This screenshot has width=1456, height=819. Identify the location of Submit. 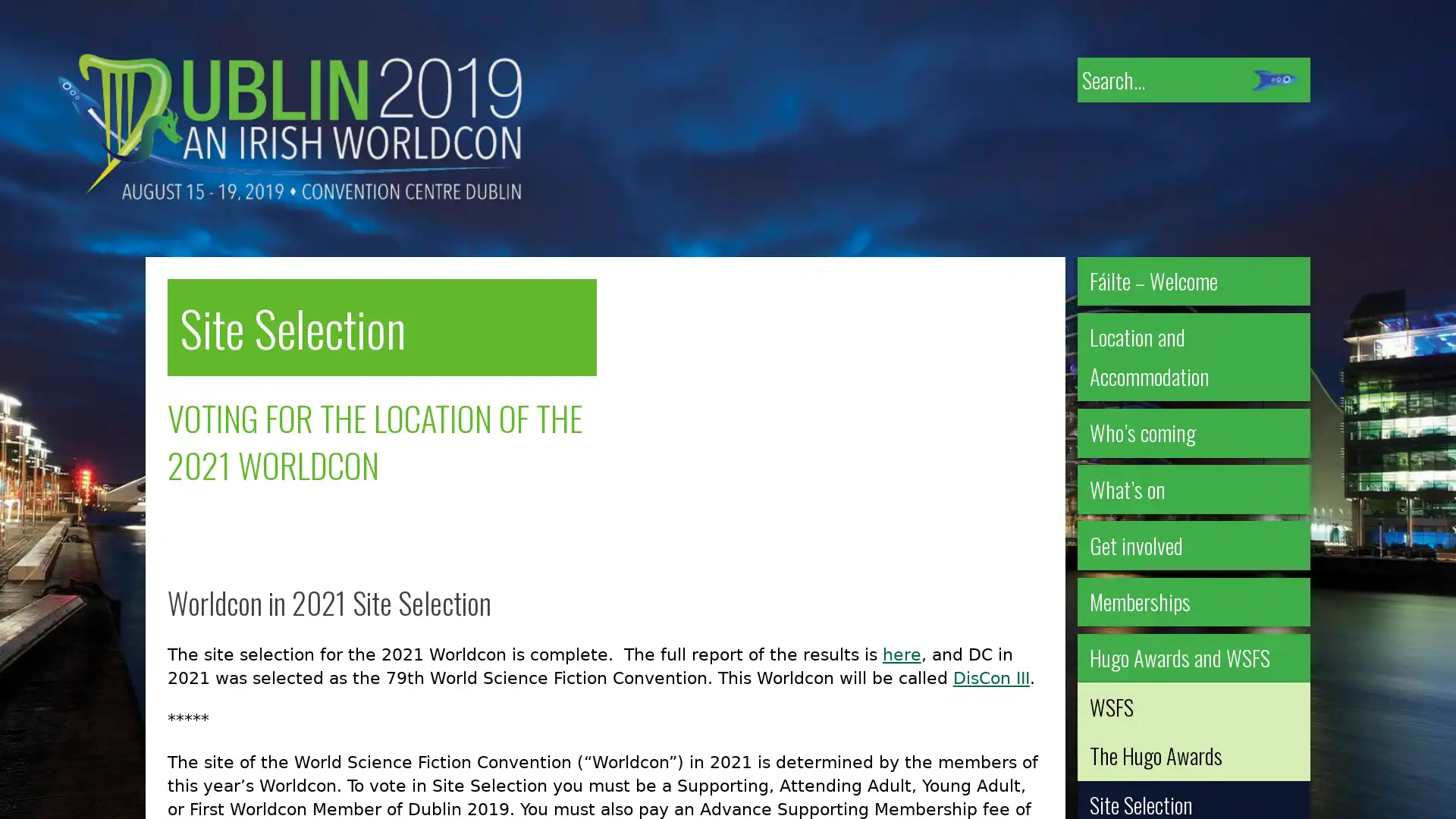
(1274, 80).